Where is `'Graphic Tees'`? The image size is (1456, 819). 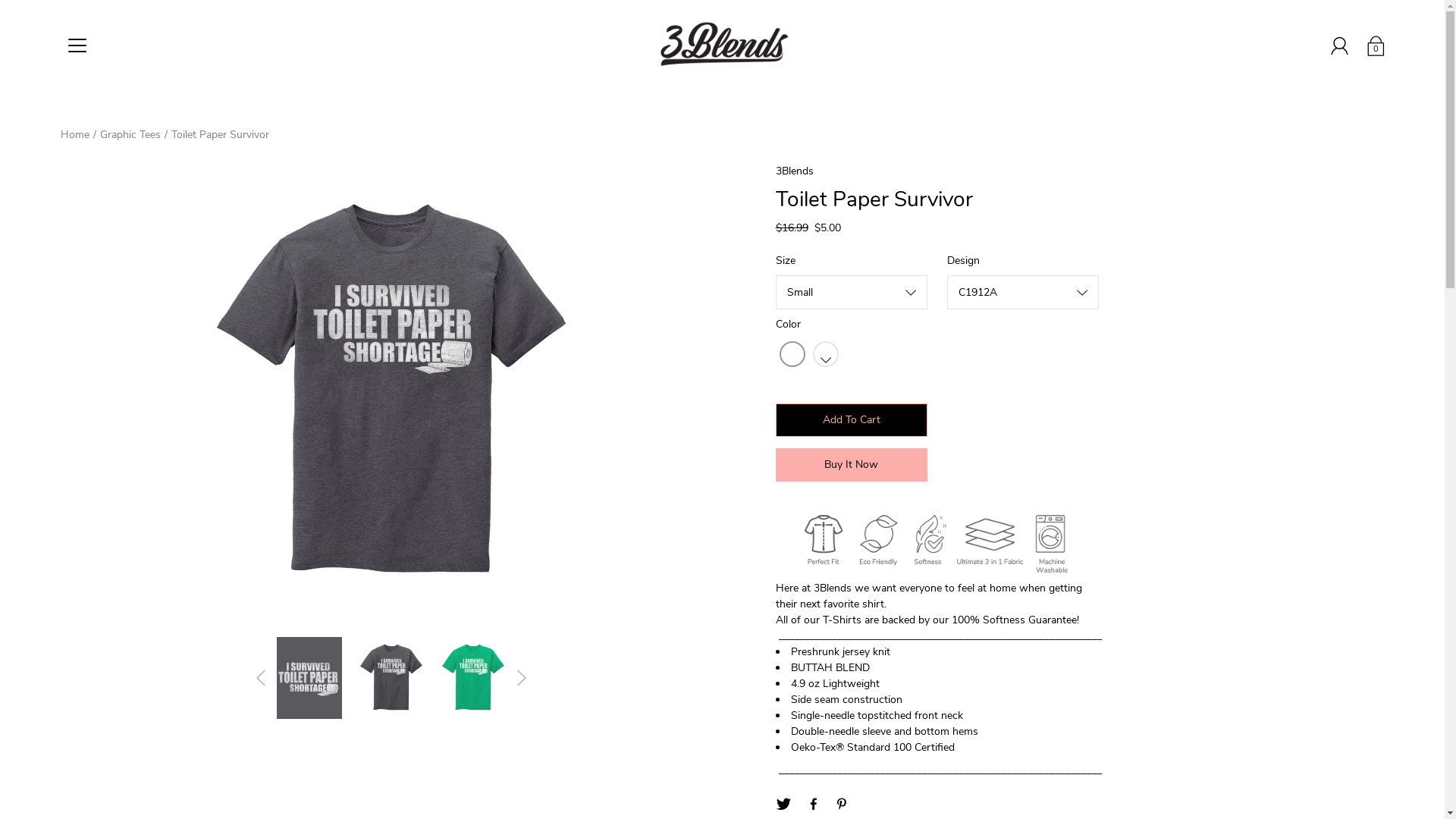 'Graphic Tees' is located at coordinates (130, 133).